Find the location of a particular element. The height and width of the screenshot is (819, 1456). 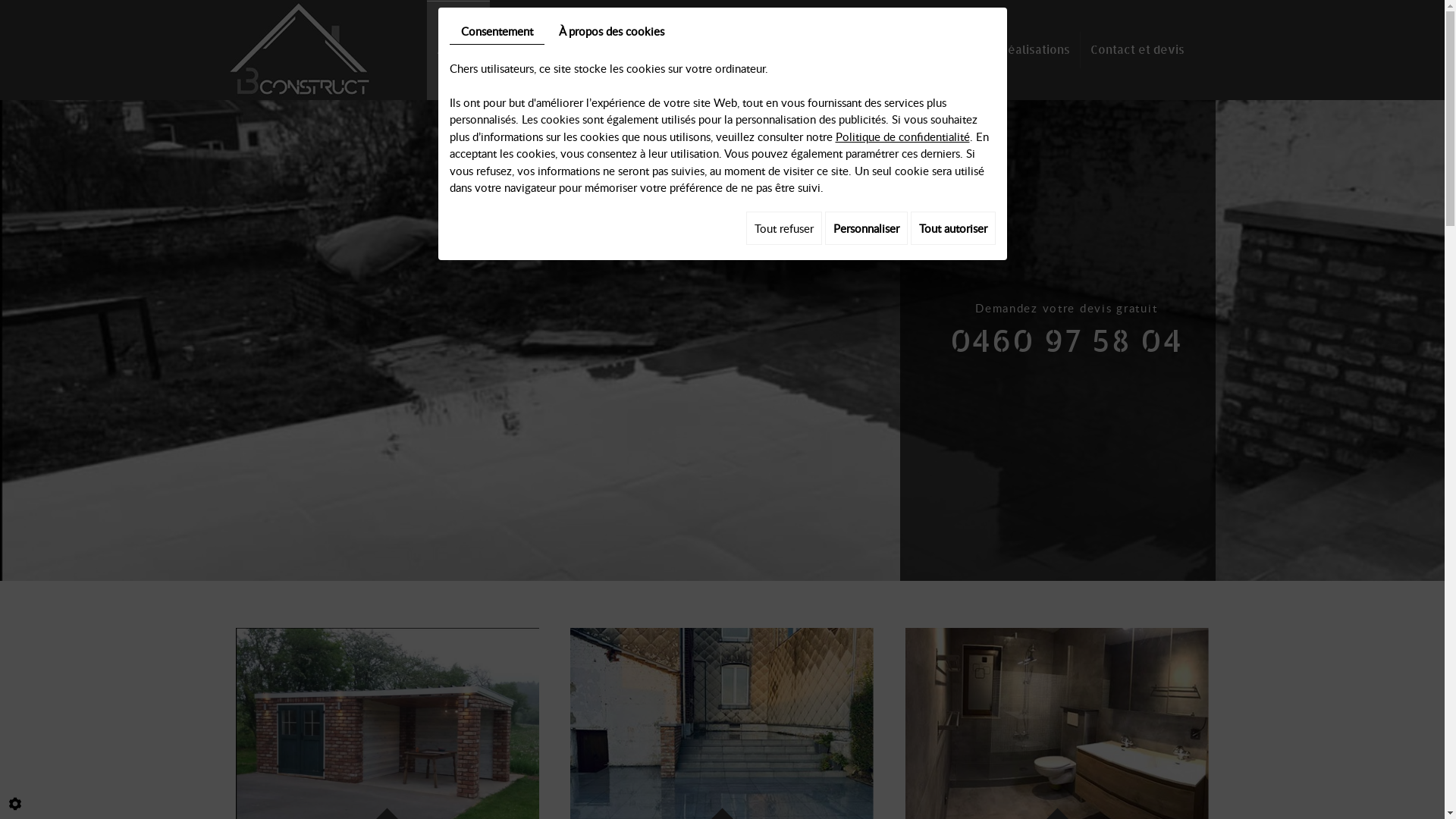

'Construction' is located at coordinates (490, 49).